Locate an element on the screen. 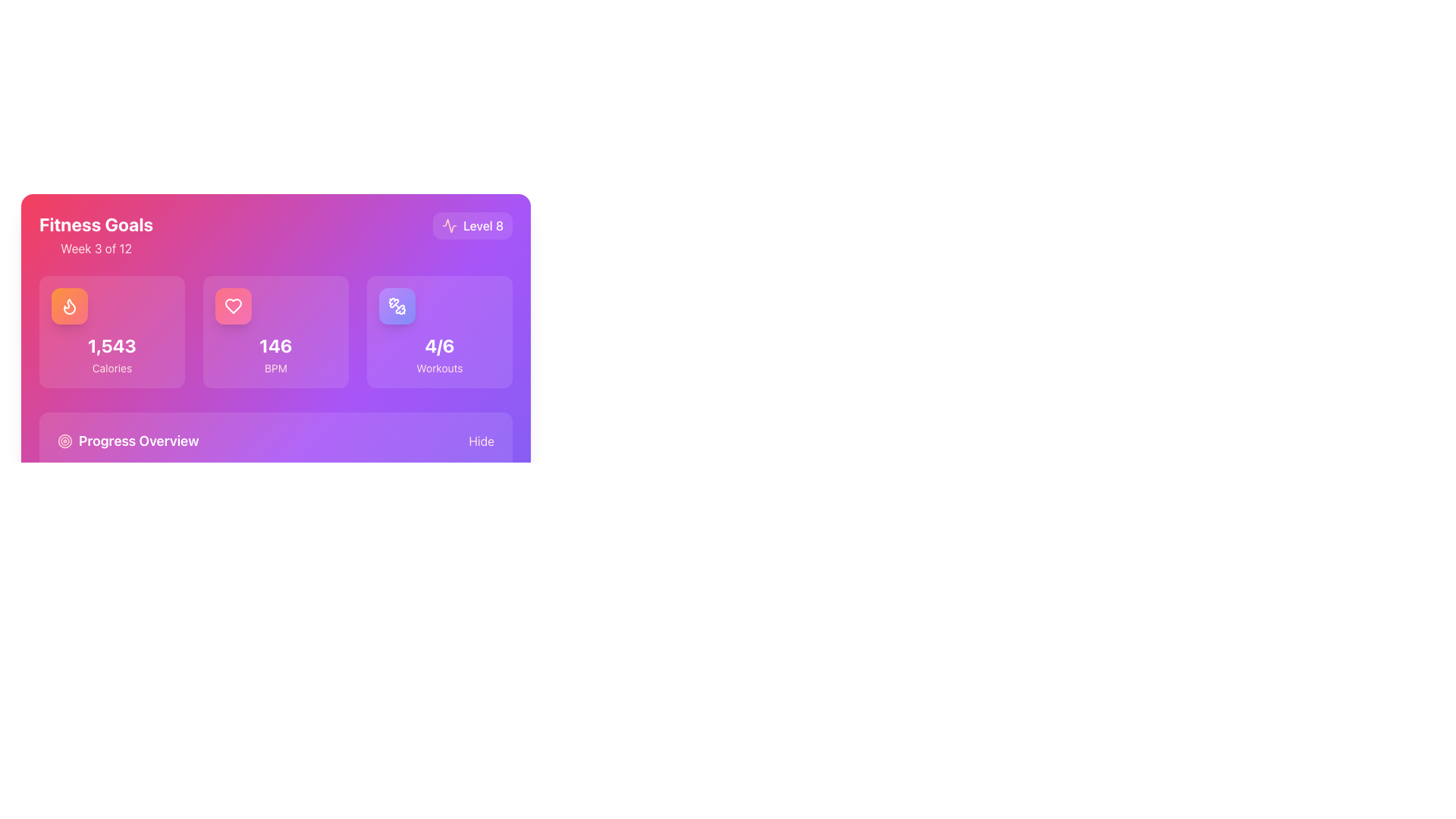 Image resolution: width=1456 pixels, height=819 pixels. the performance metrics icon located in the top-right corner of the card, which is adjacent to the 'Level 8' text is located at coordinates (449, 225).